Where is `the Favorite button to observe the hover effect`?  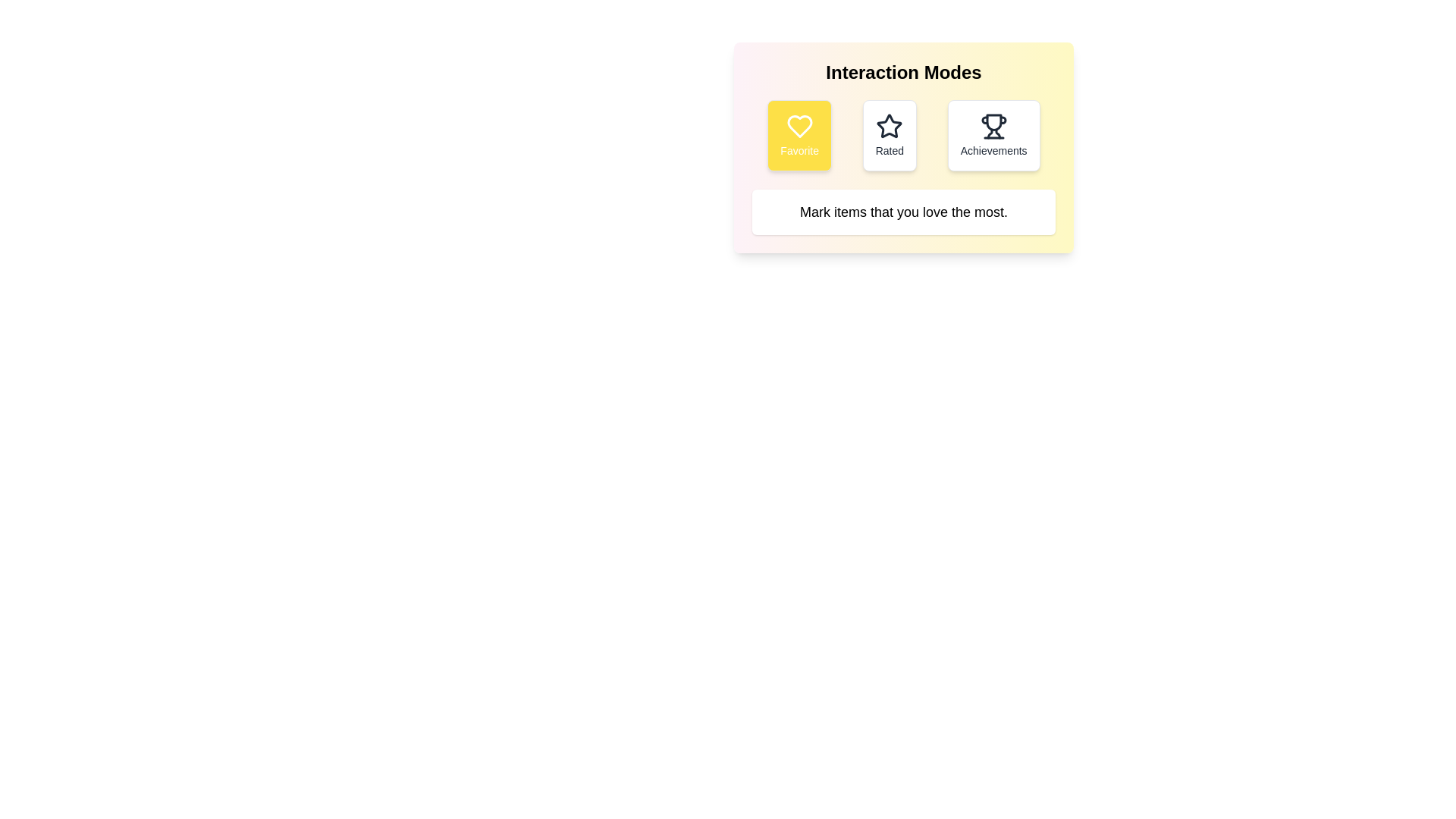
the Favorite button to observe the hover effect is located at coordinates (799, 134).